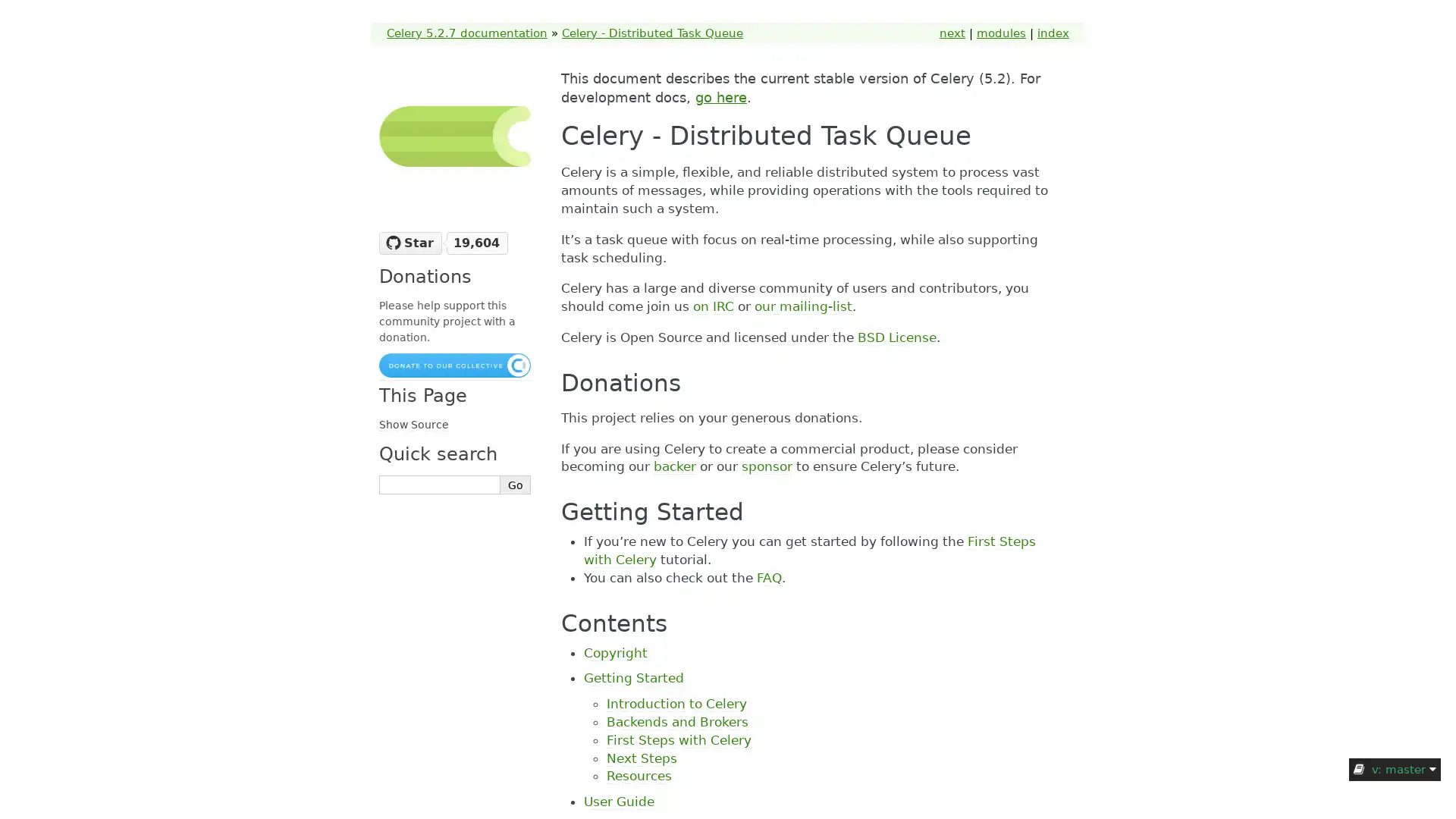  What do you see at coordinates (516, 485) in the screenshot?
I see `Go` at bounding box center [516, 485].